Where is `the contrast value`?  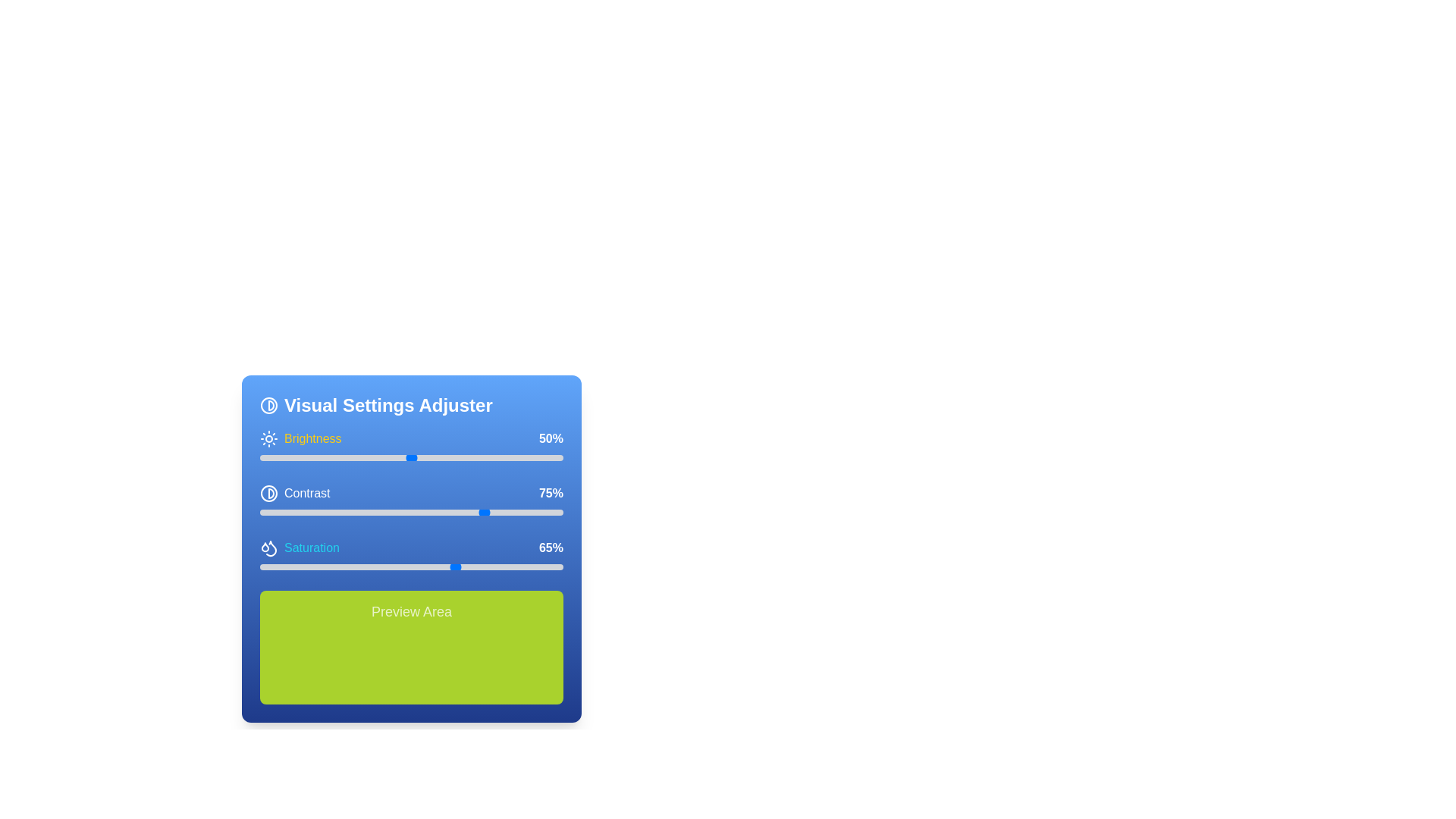
the contrast value is located at coordinates (311, 512).